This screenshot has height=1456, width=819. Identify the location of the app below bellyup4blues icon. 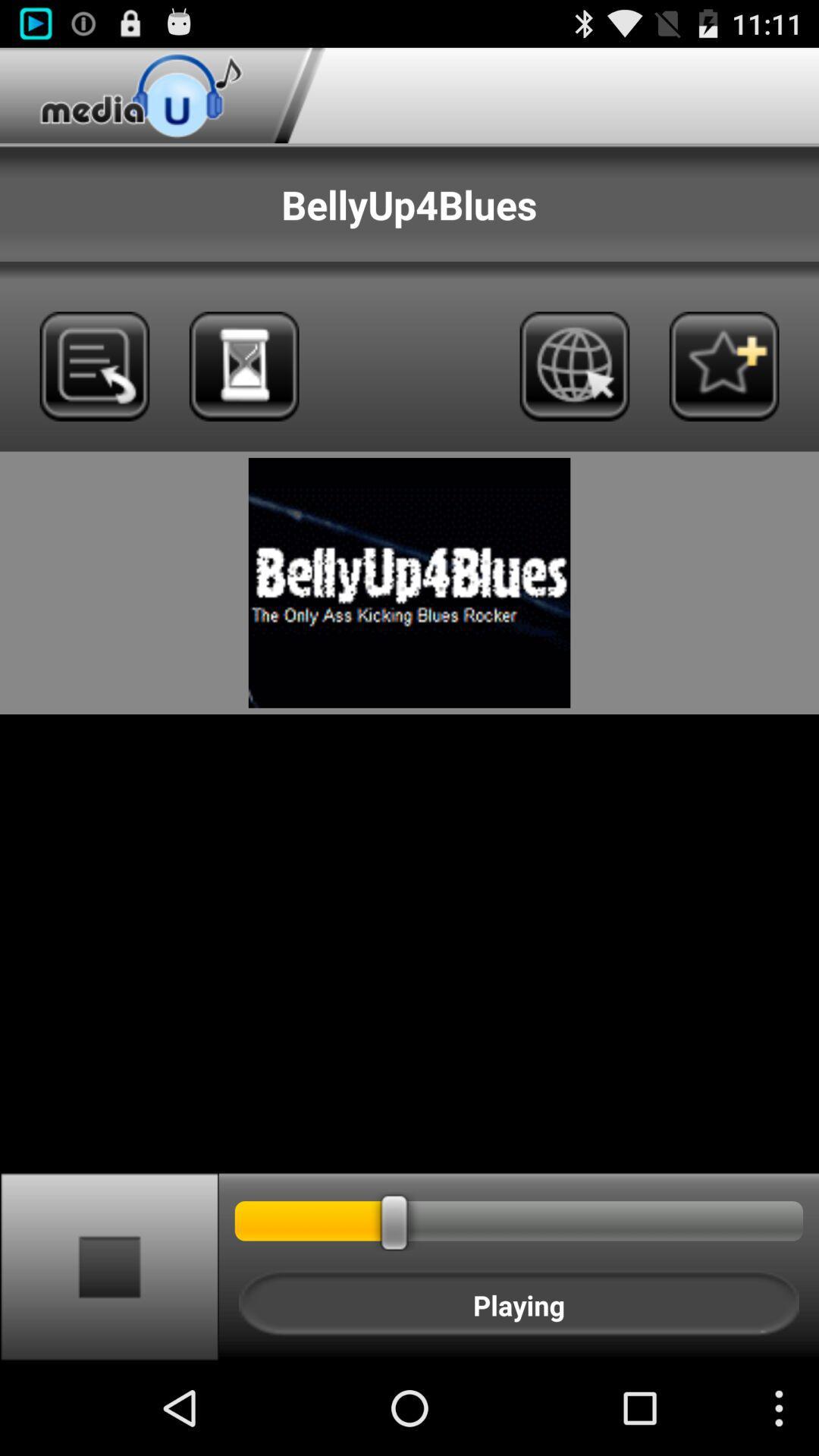
(243, 366).